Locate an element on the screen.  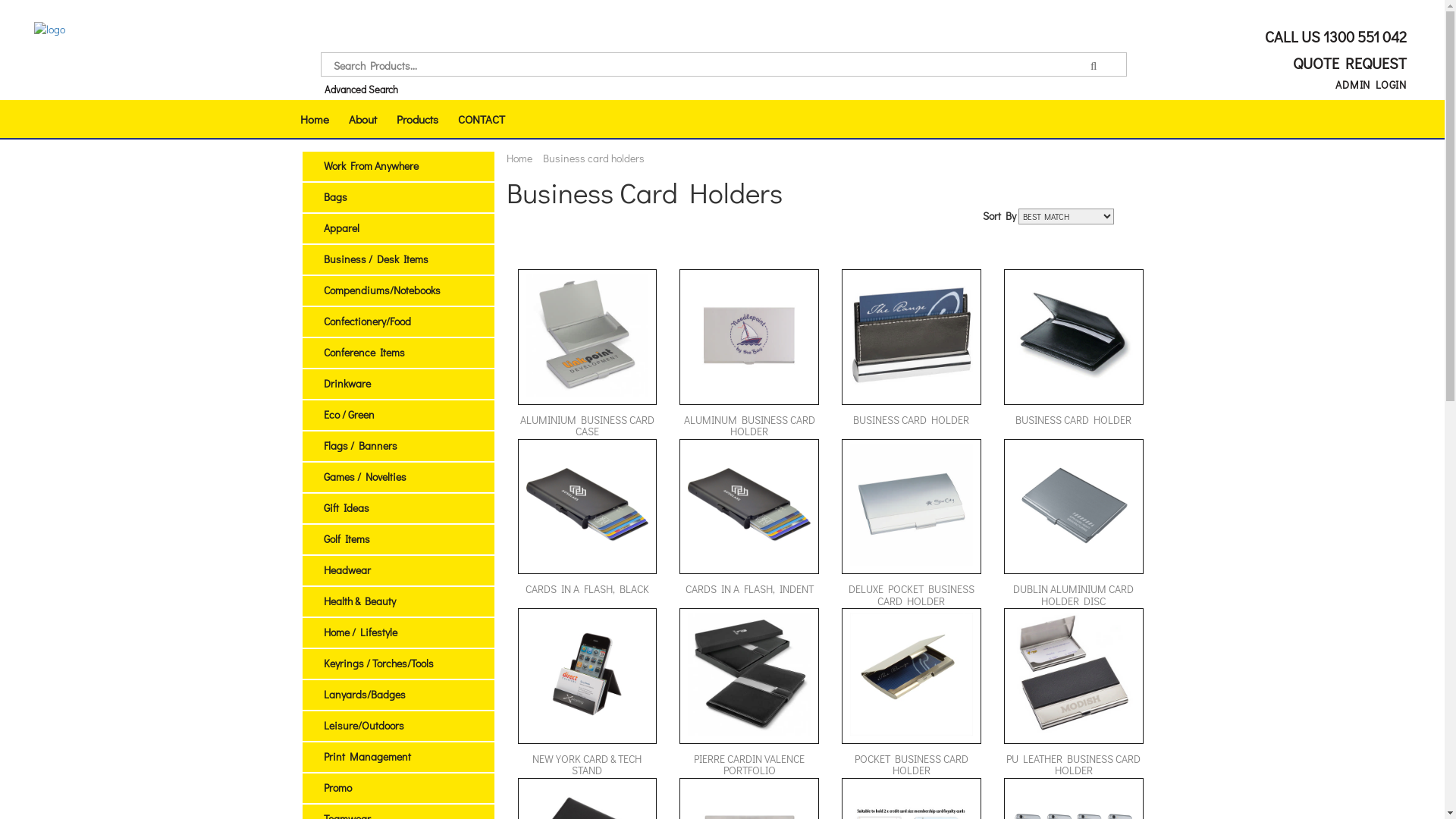
'CONTACT' is located at coordinates (479, 118).